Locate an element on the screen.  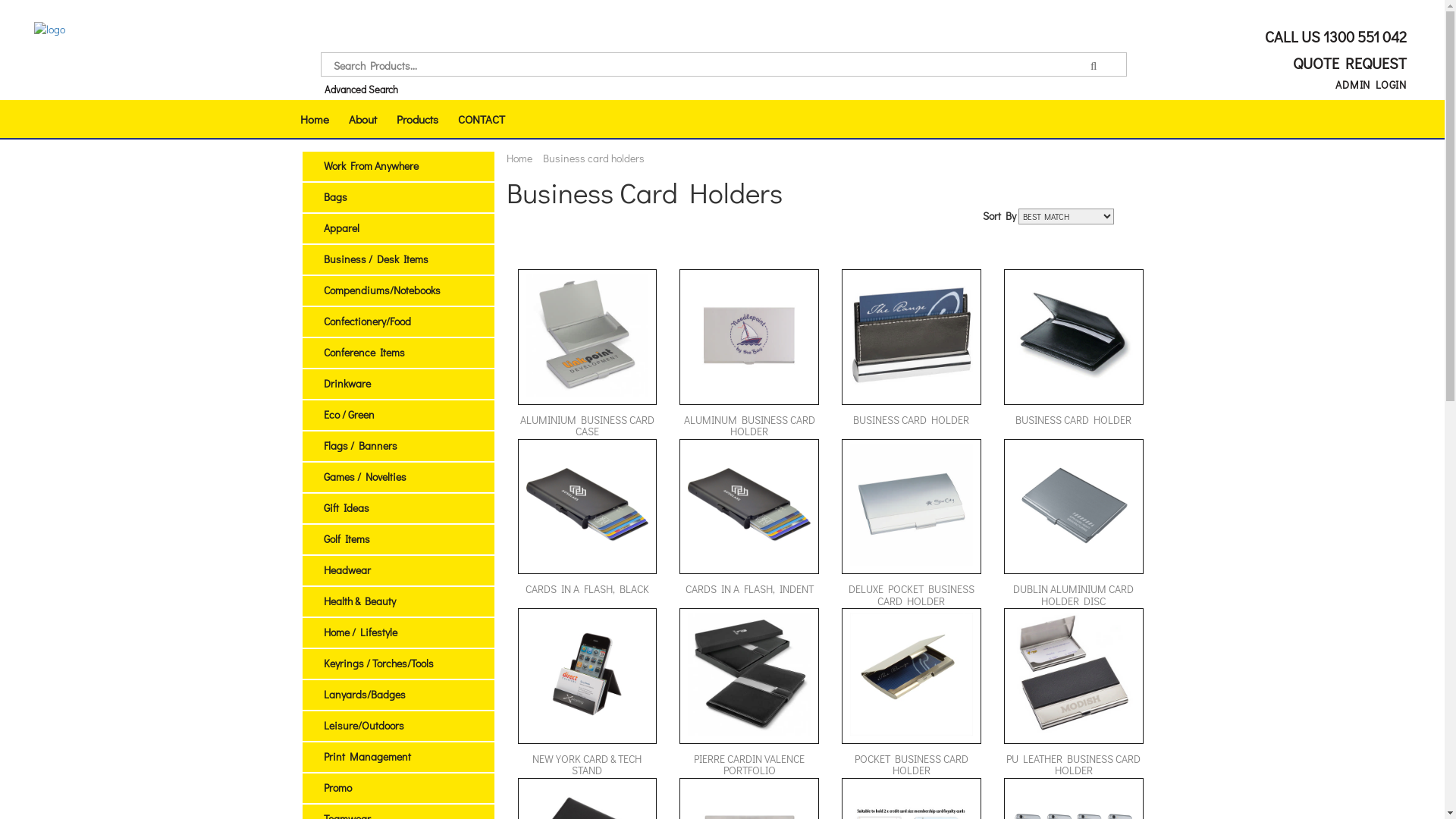
'CONTACT' is located at coordinates (479, 118).